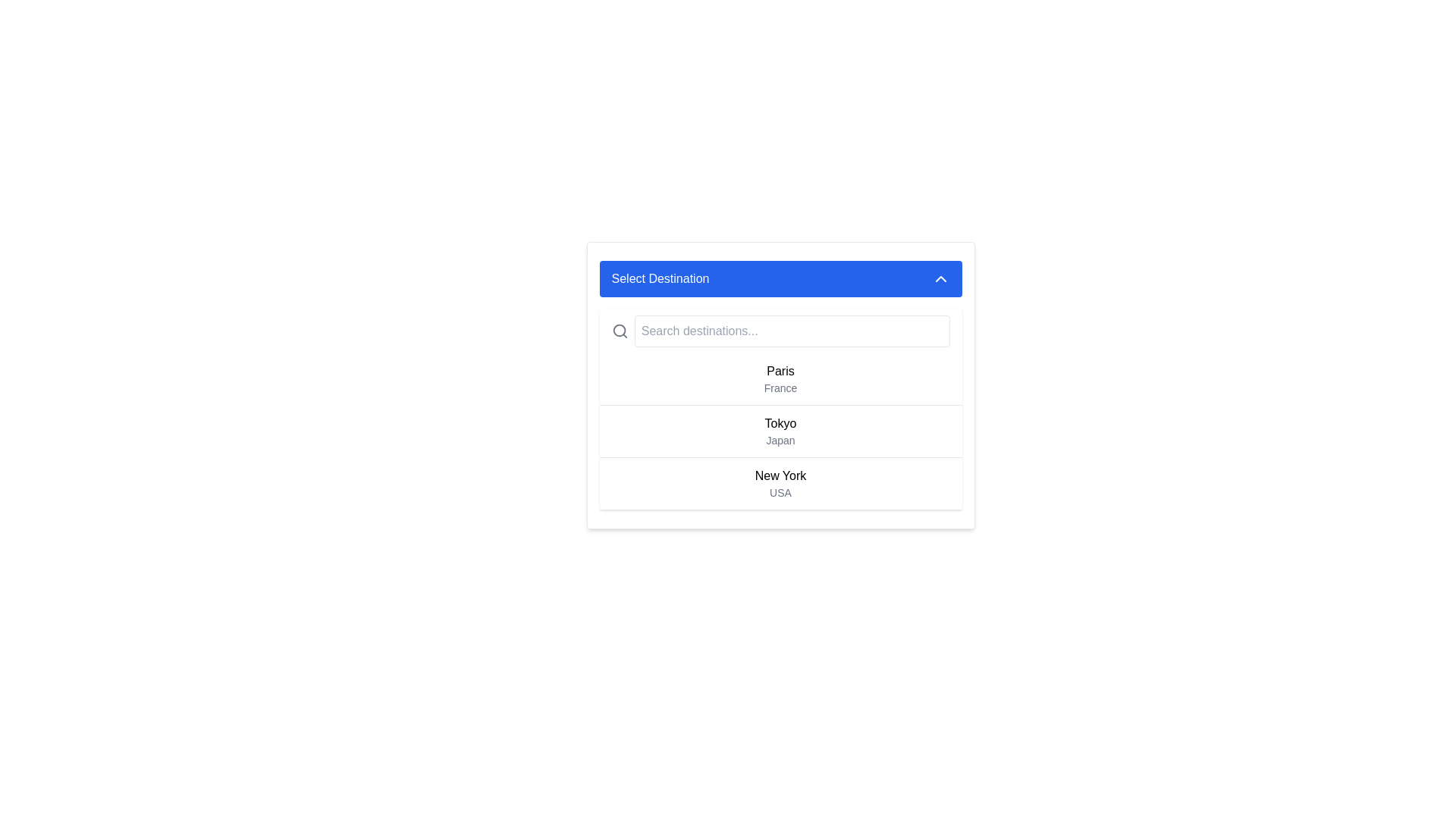  Describe the element at coordinates (620, 330) in the screenshot. I see `the gray magnifying glass icon representing the search function, located to the left of the 'Search destinations...' input field, to interact with it` at that location.